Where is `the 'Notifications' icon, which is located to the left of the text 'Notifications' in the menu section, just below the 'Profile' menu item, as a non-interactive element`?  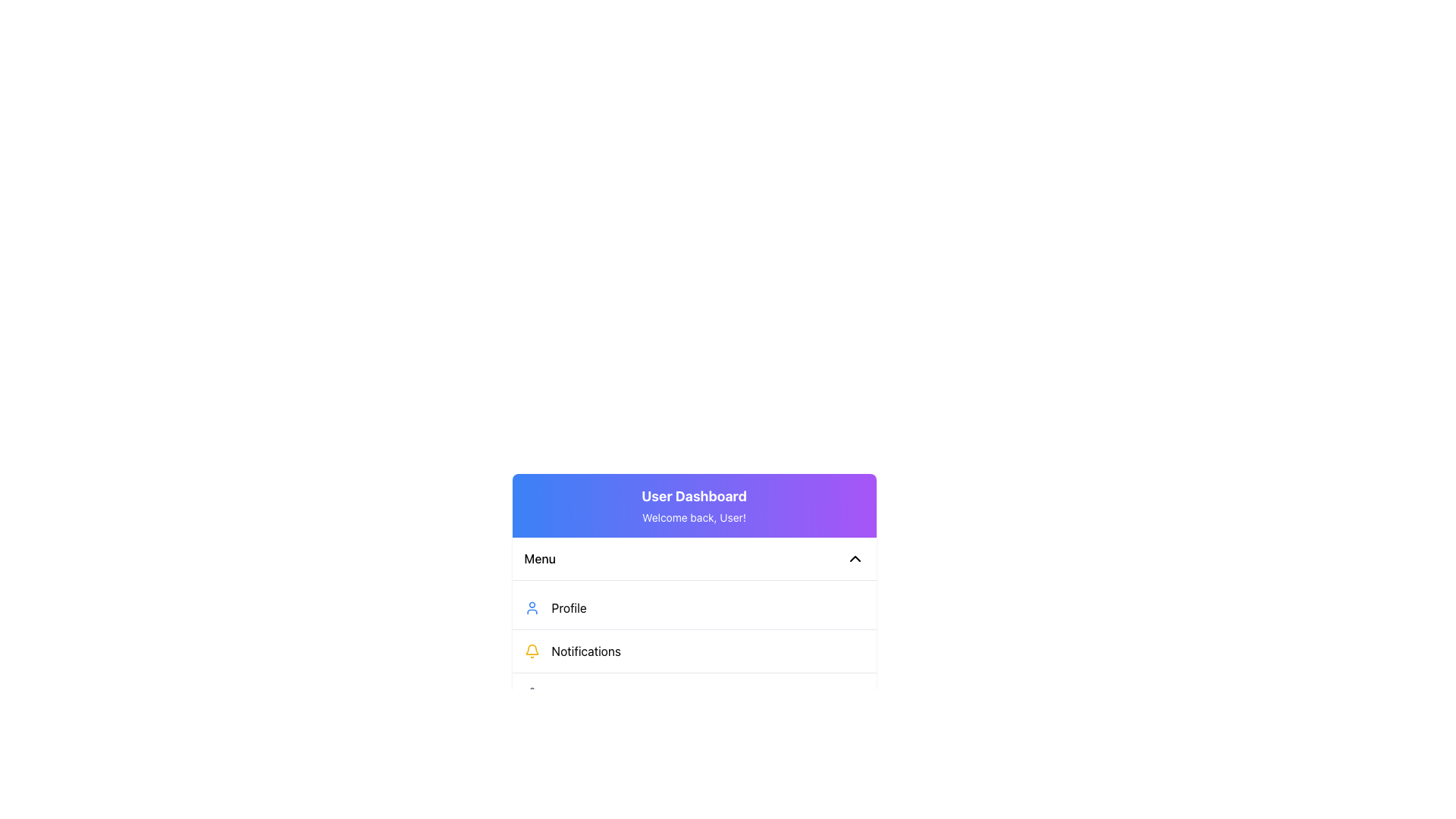
the 'Notifications' icon, which is located to the left of the text 'Notifications' in the menu section, just below the 'Profile' menu item, as a non-interactive element is located at coordinates (532, 651).